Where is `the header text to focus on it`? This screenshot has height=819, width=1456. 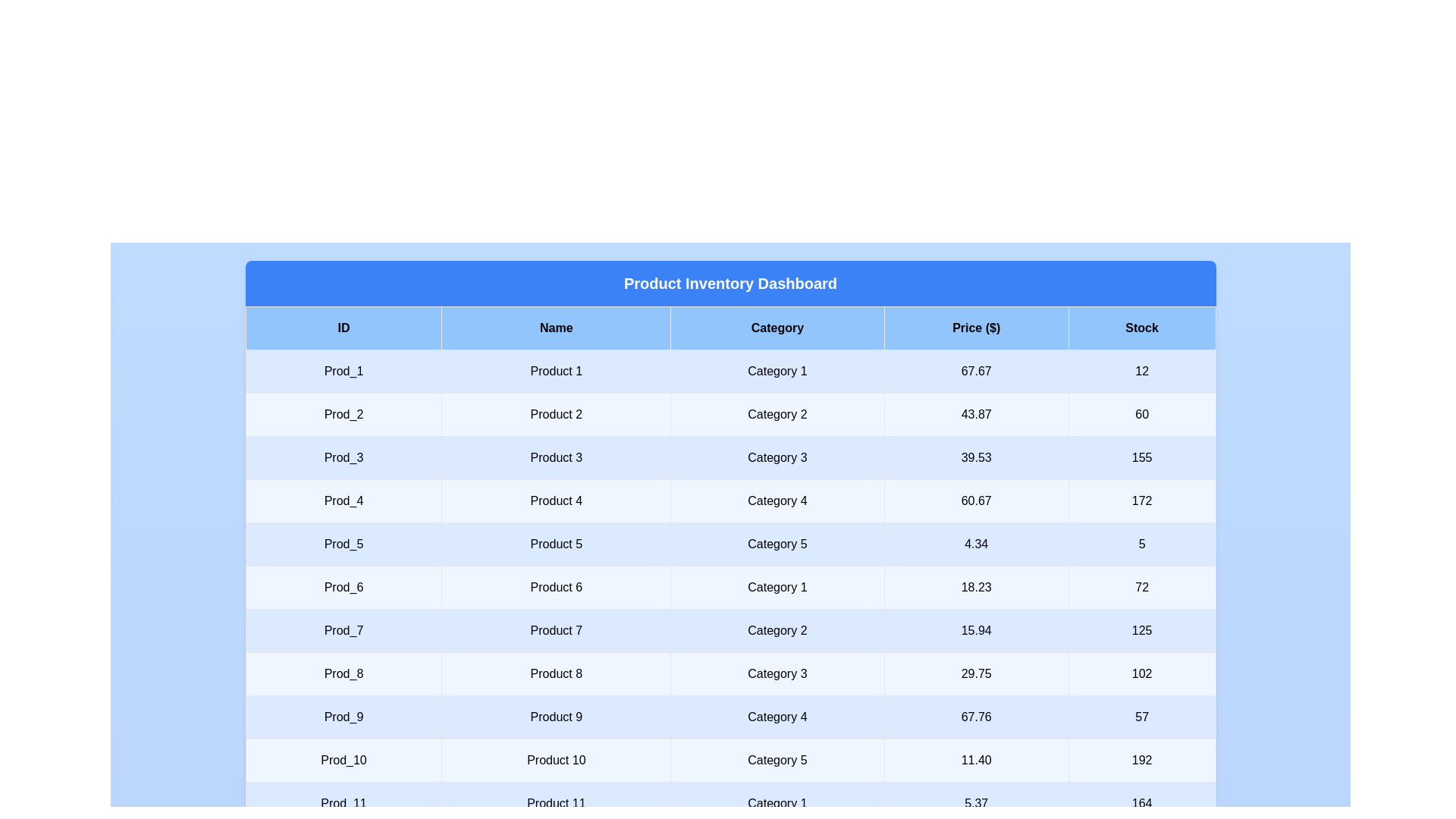
the header text to focus on it is located at coordinates (730, 284).